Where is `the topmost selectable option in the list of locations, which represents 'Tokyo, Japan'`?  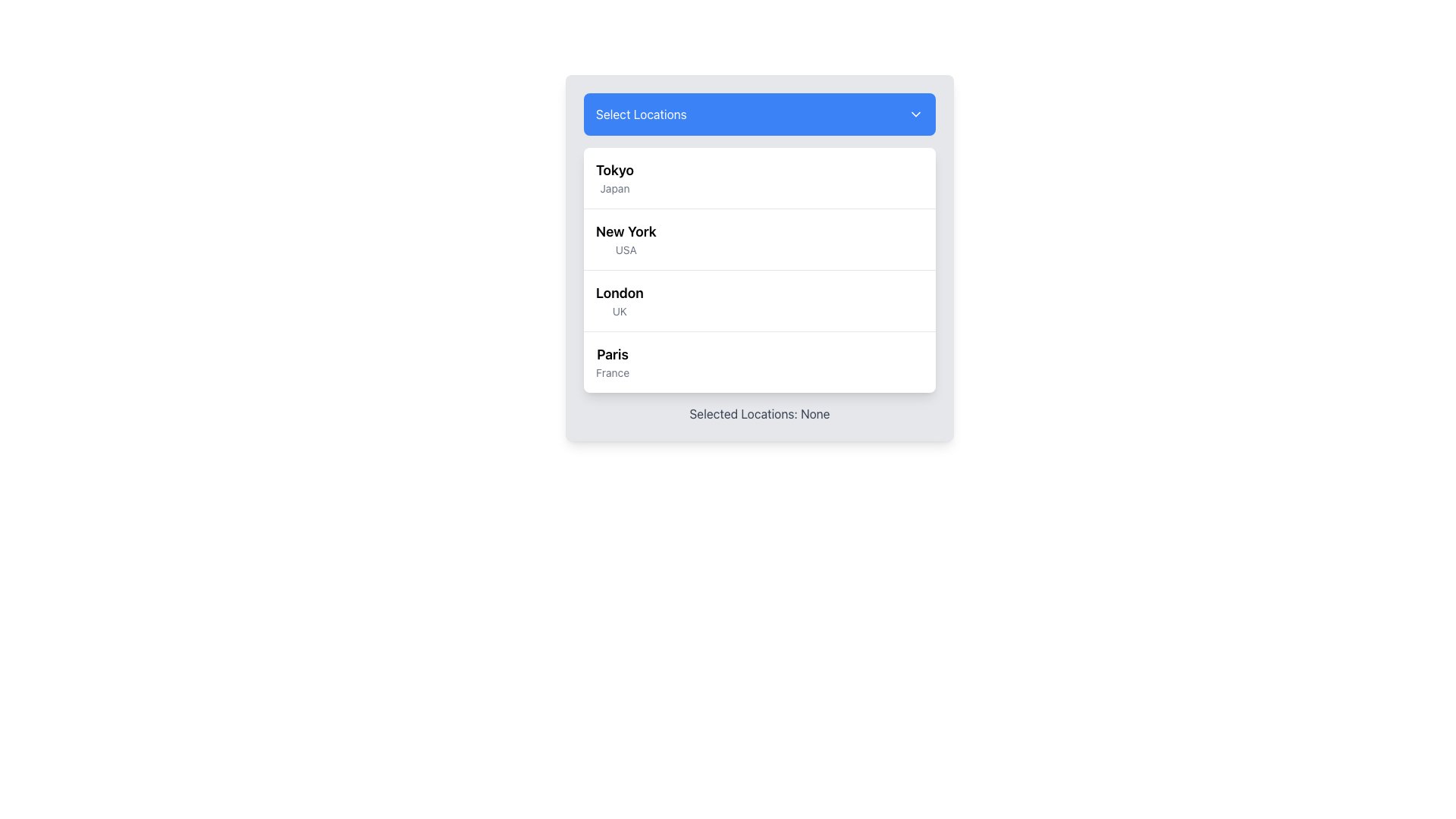
the topmost selectable option in the list of locations, which represents 'Tokyo, Japan' is located at coordinates (615, 177).